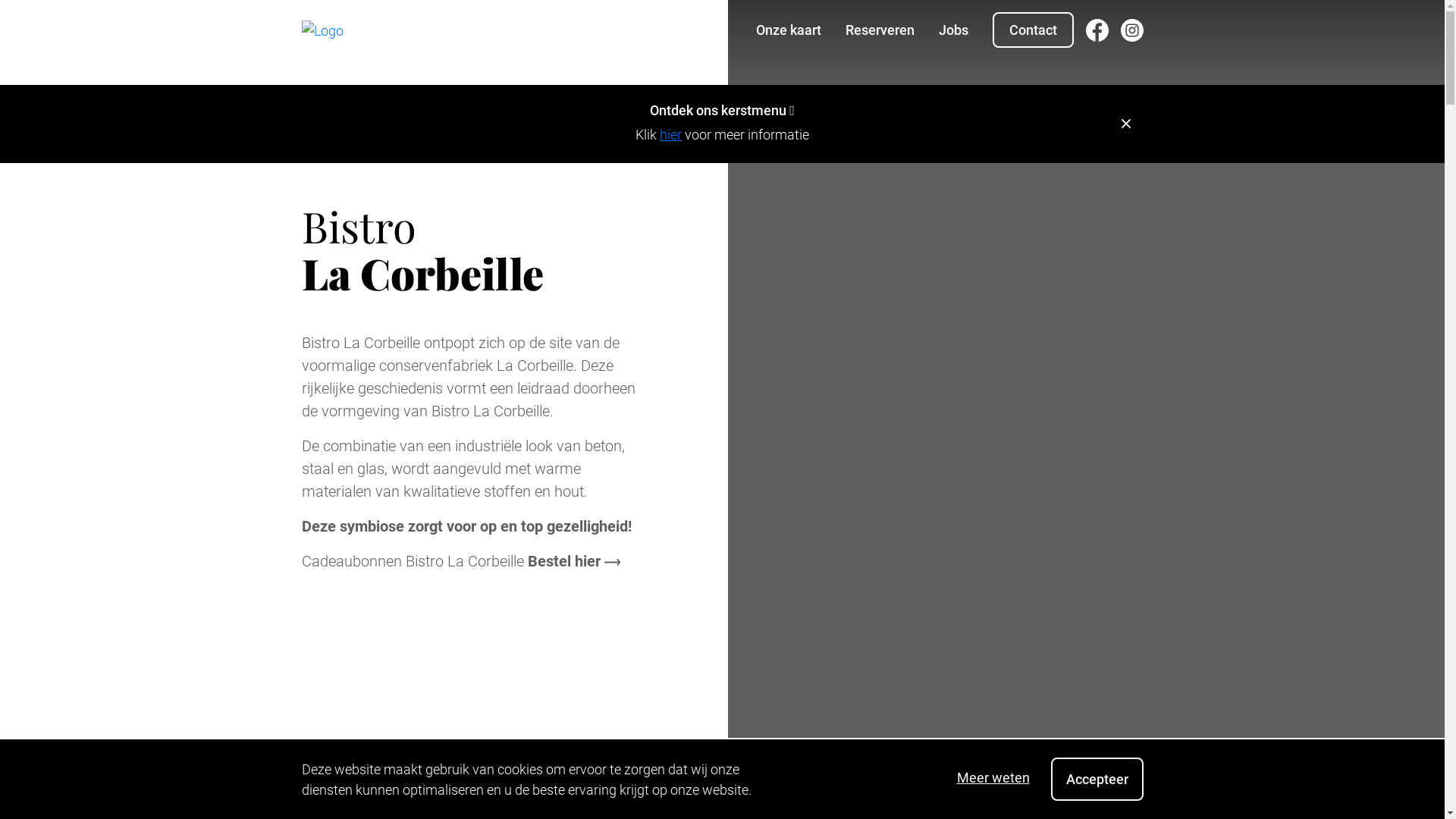  Describe the element at coordinates (755, 30) in the screenshot. I see `'Onze kaart'` at that location.